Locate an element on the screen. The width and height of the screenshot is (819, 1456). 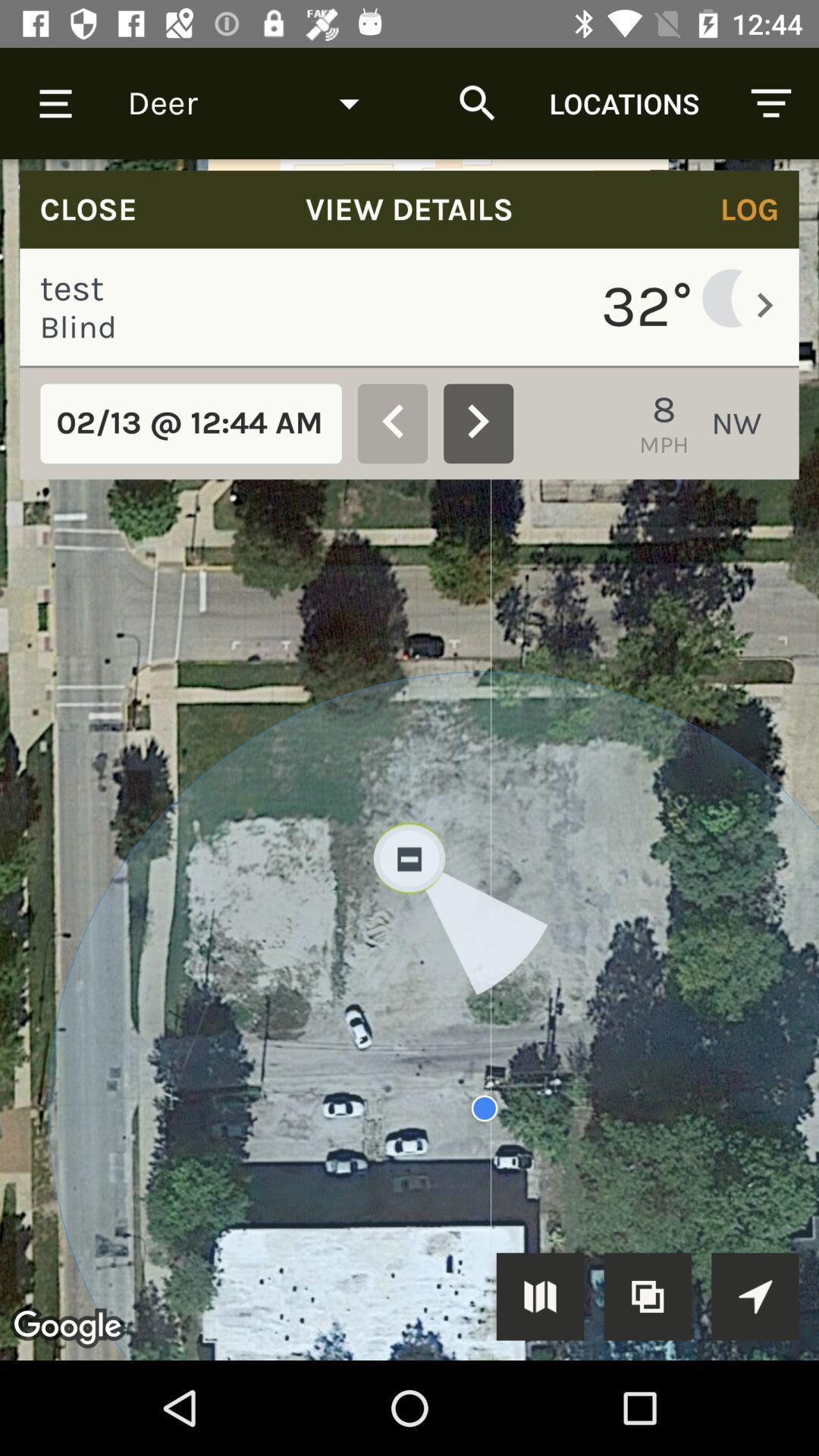
selected button is located at coordinates (539, 1295).